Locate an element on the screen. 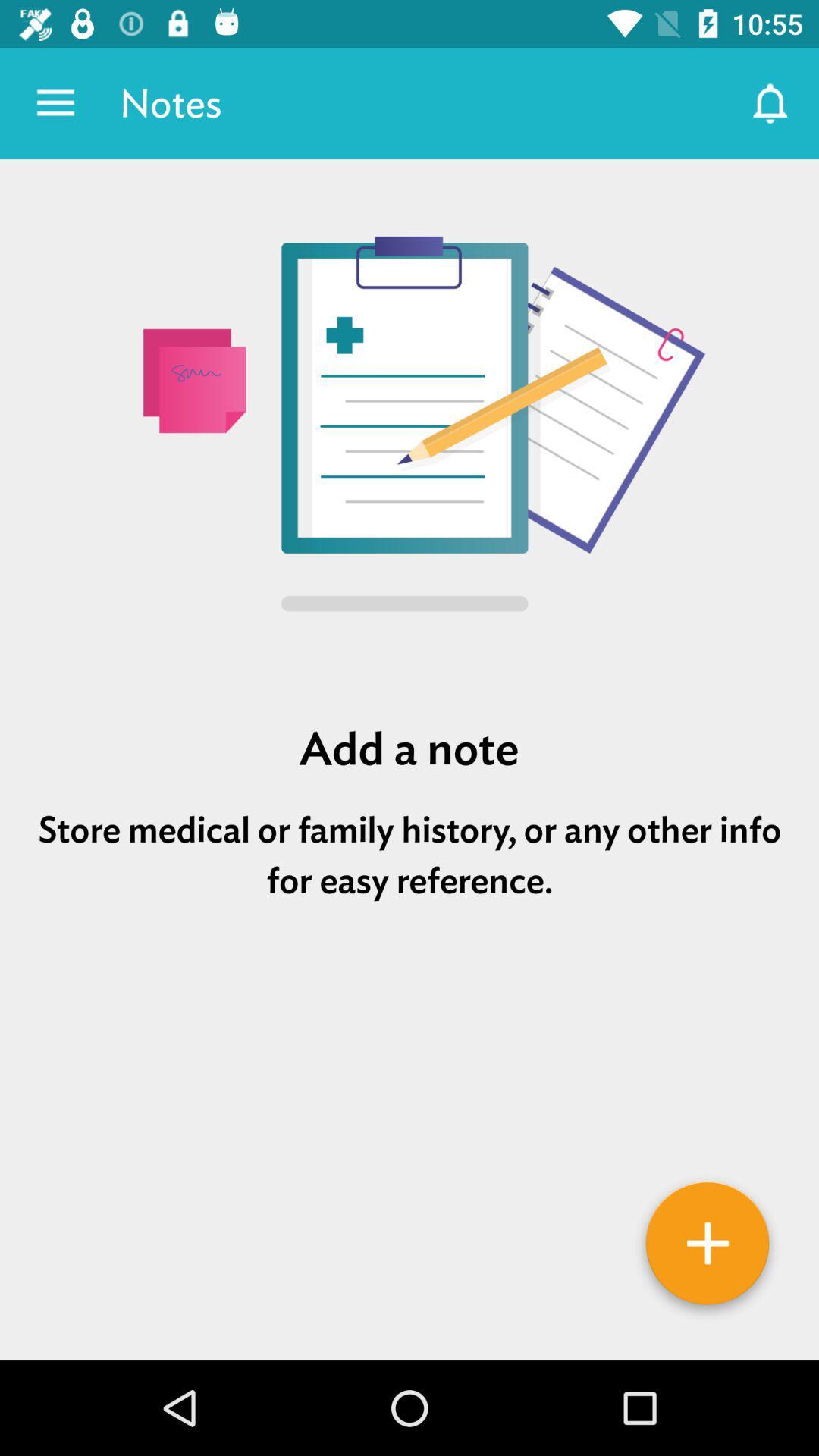  new note is located at coordinates (708, 1248).